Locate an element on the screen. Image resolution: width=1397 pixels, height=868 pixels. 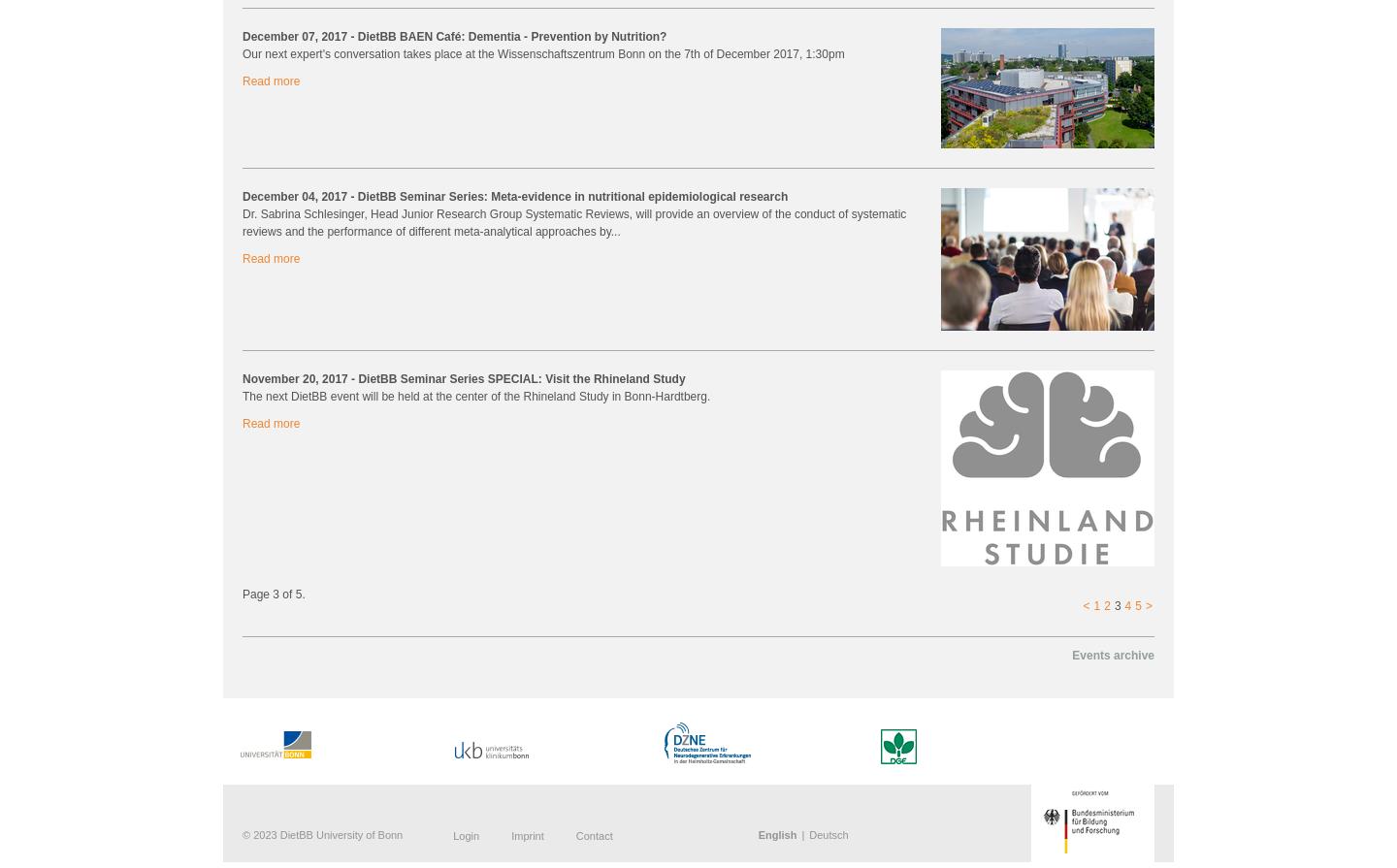
'Our next expert's conversation takes place at the Wissenschaftszentrum Bonn on the 7th of December 2017, 1:30pm' is located at coordinates (543, 53).